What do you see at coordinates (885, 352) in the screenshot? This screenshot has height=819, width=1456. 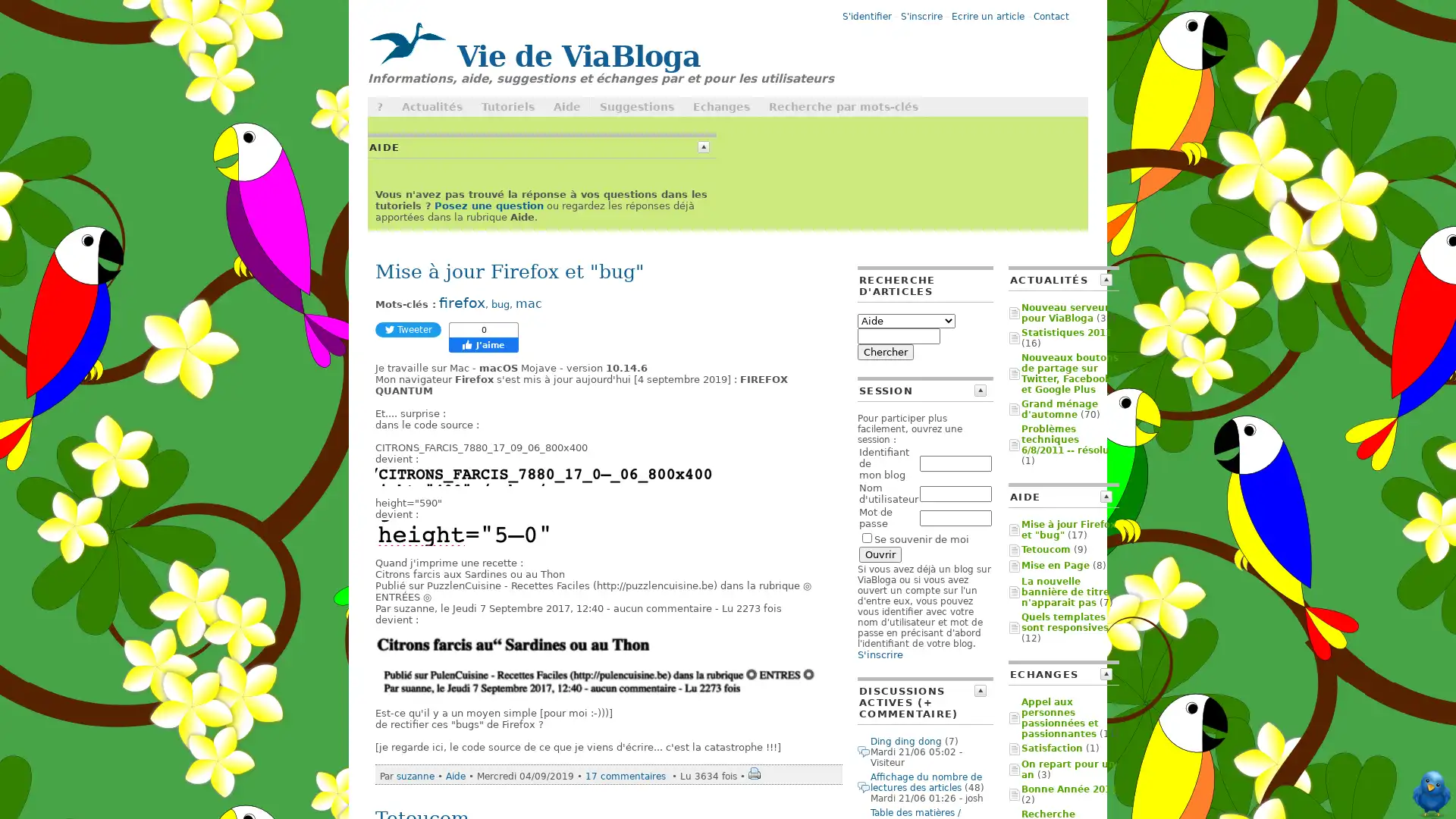 I see `Chercher` at bounding box center [885, 352].